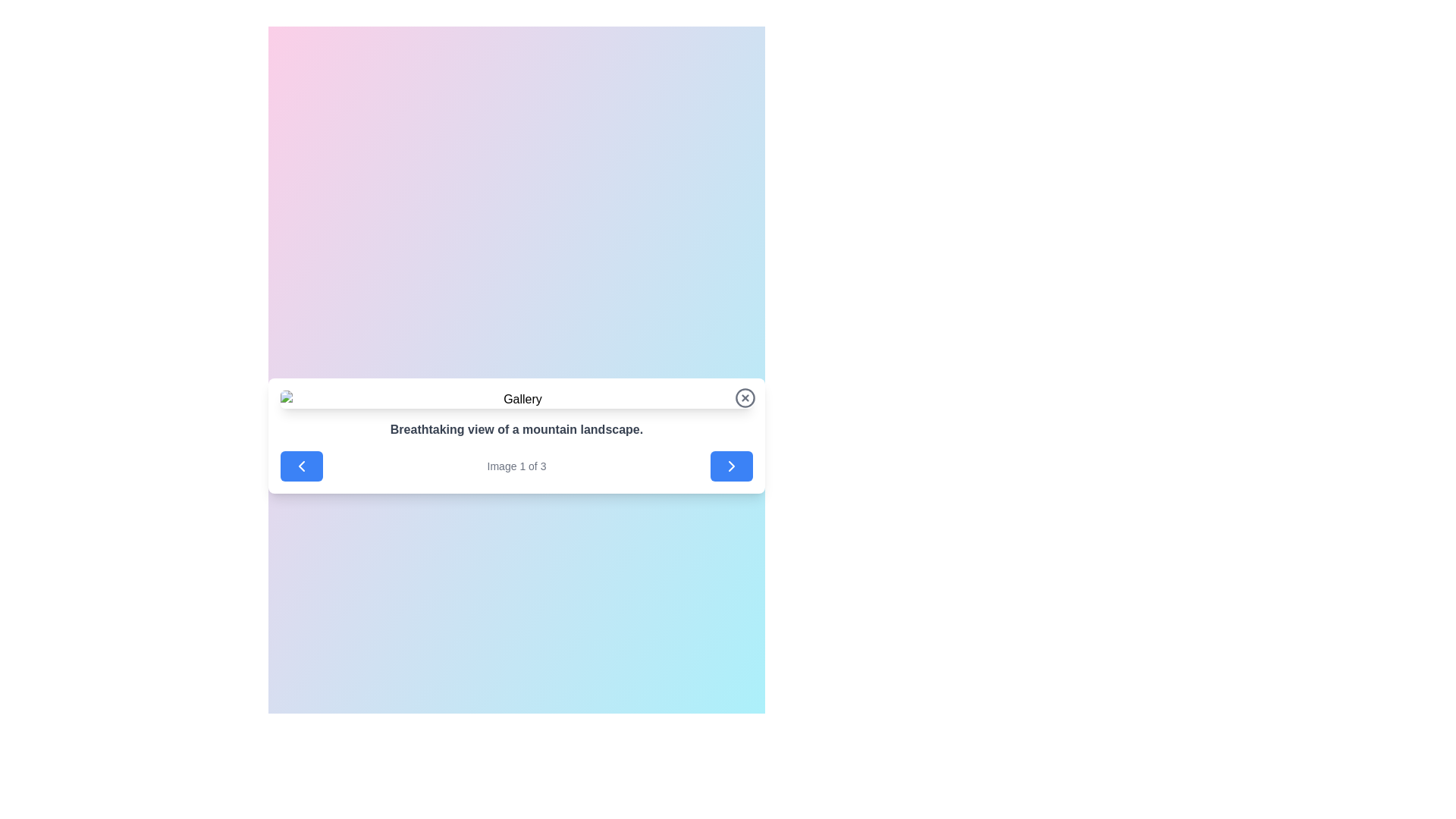 This screenshot has width=1456, height=819. I want to click on the Text Label that indicates the current image and total number of images in the gallery, located at the bottom of the gallery display card, so click(516, 465).